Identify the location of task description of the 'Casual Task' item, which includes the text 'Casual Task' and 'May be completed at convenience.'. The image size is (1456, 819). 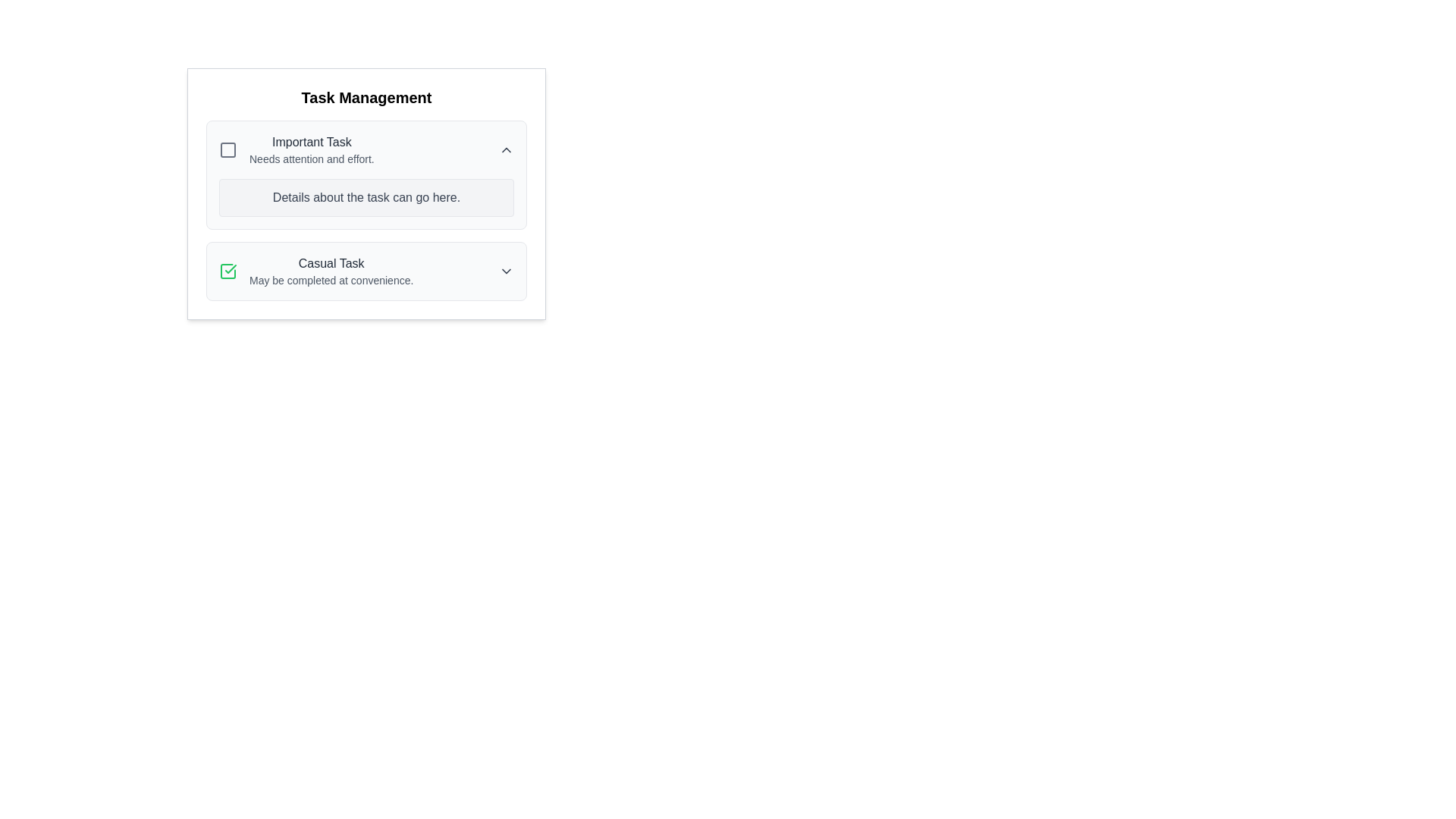
(315, 271).